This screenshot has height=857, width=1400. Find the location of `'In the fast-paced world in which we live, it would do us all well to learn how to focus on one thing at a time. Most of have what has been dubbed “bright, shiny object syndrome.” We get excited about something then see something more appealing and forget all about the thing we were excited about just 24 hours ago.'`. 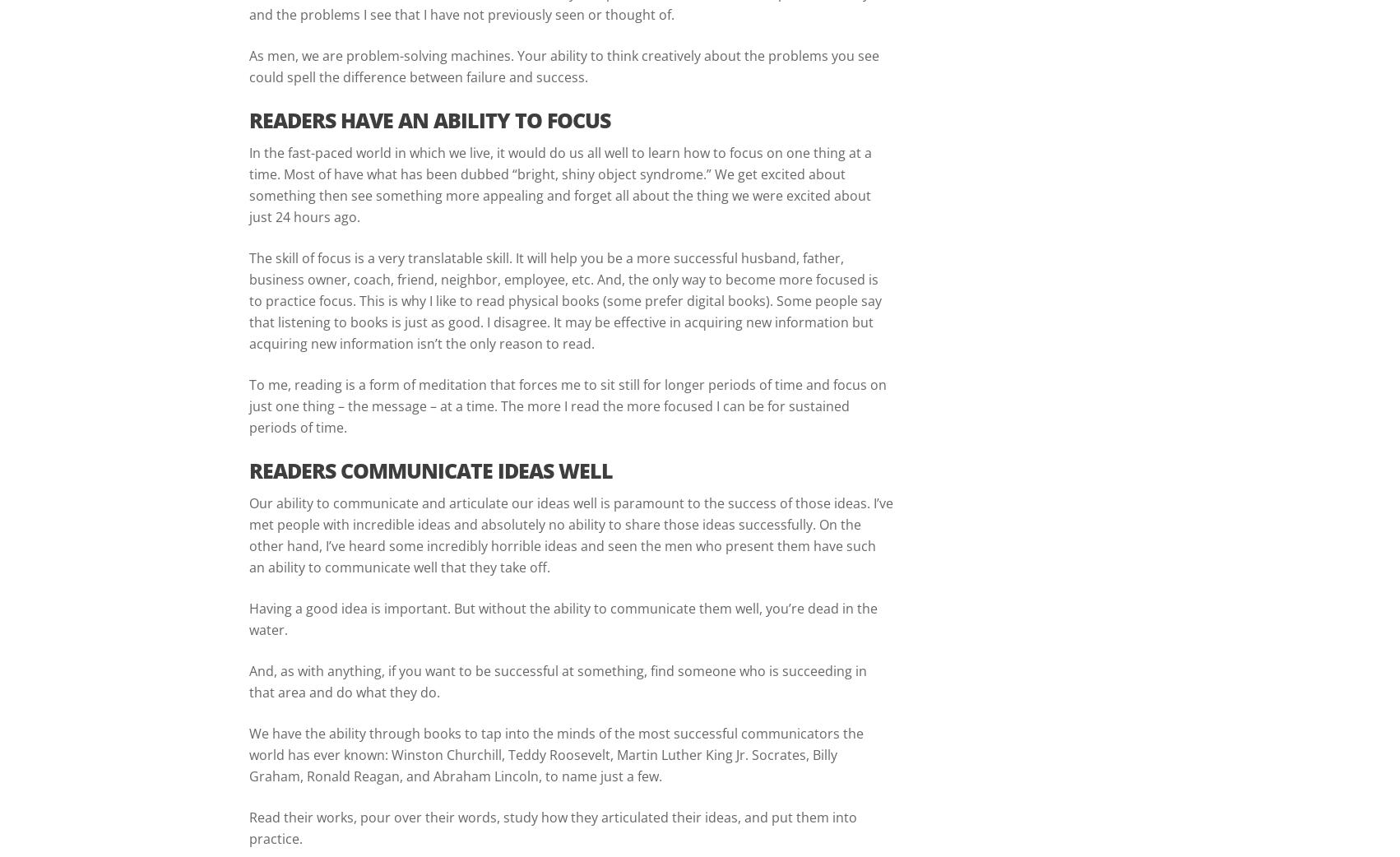

'In the fast-paced world in which we live, it would do us all well to learn how to focus on one thing at a time. Most of have what has been dubbed “bright, shiny object syndrome.” We get excited about something then see something more appealing and forget all about the thing we were excited about just 24 hours ago.' is located at coordinates (560, 183).